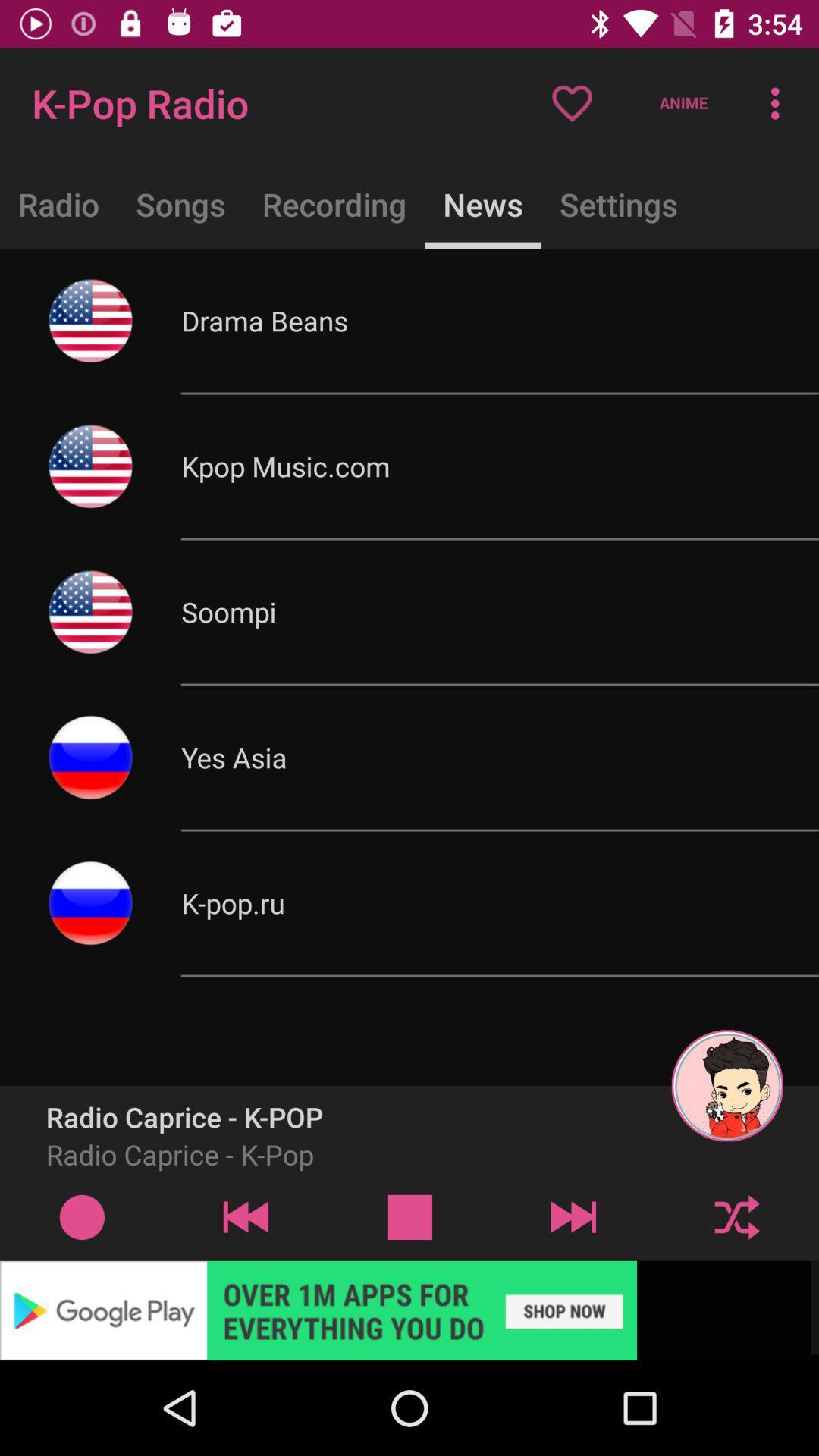  Describe the element at coordinates (573, 1216) in the screenshot. I see `next song` at that location.